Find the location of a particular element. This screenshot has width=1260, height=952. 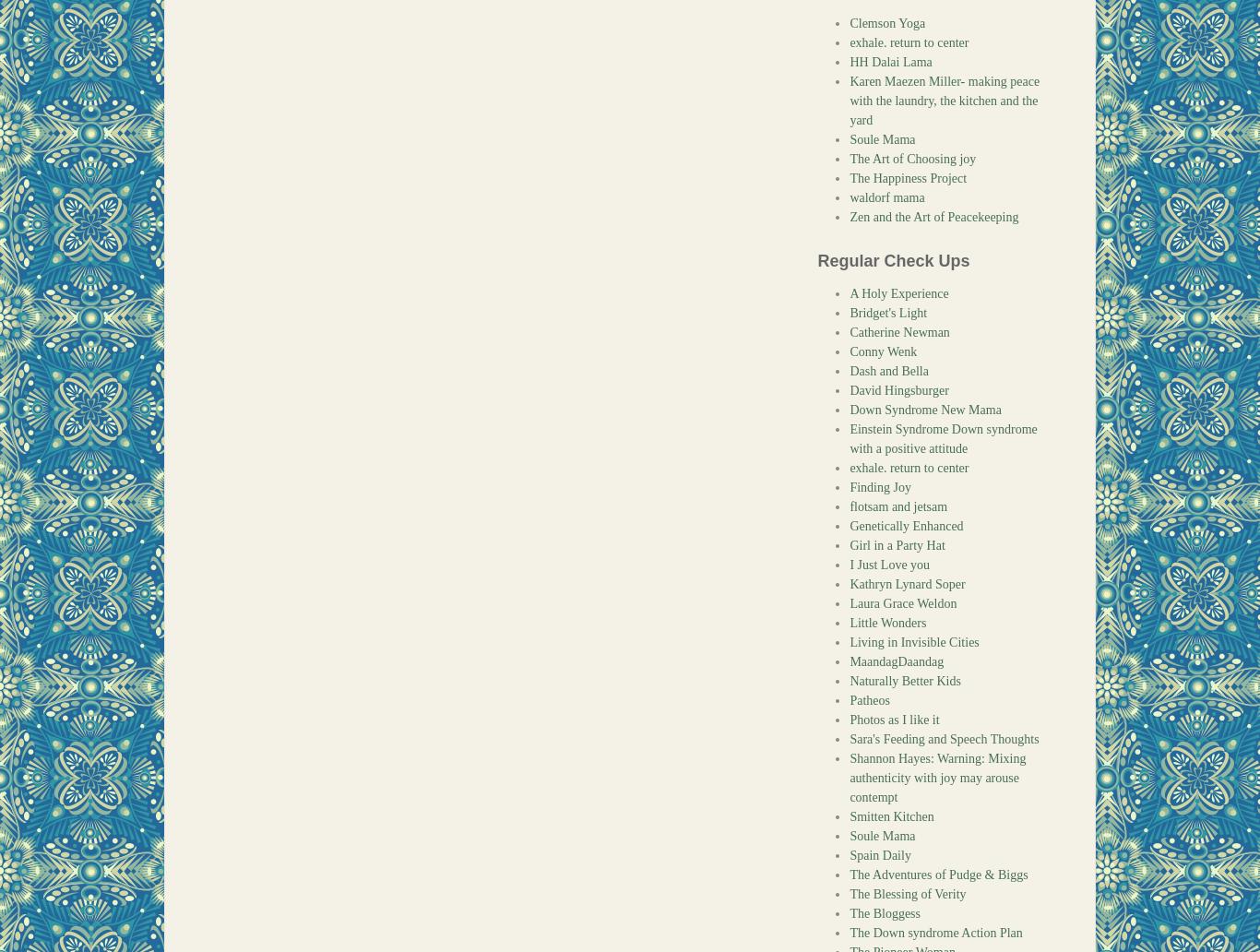

'The Art of Choosing joy' is located at coordinates (912, 158).